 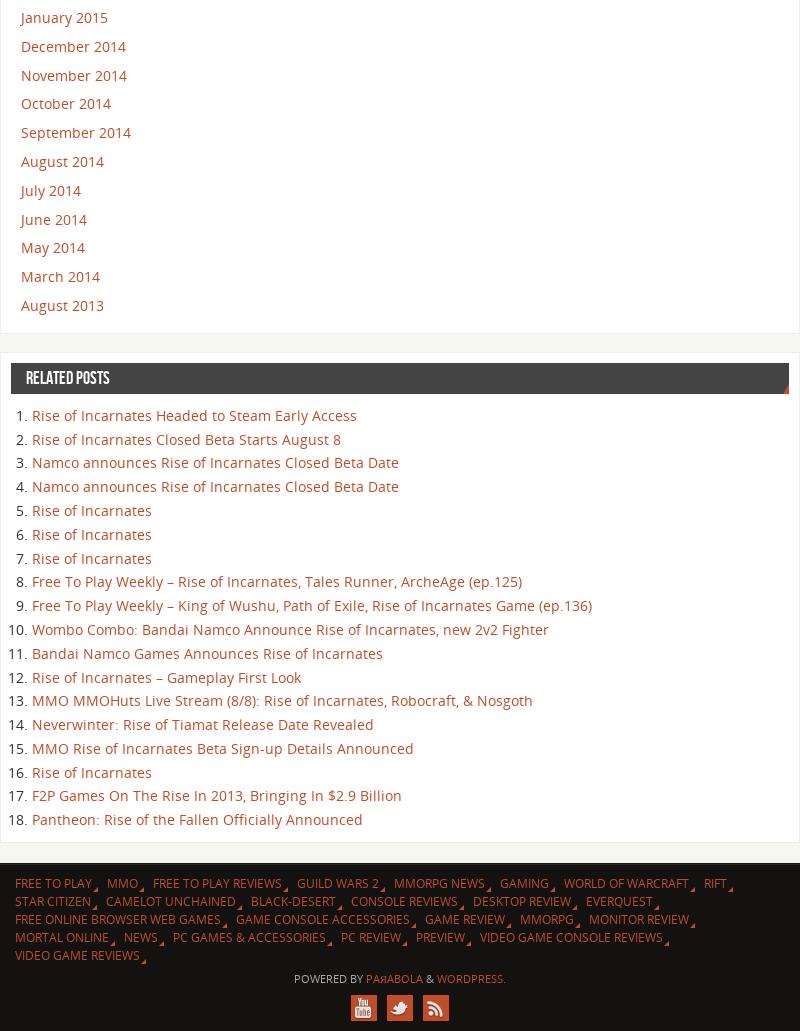 I want to click on 'Powered by', so click(x=293, y=977).